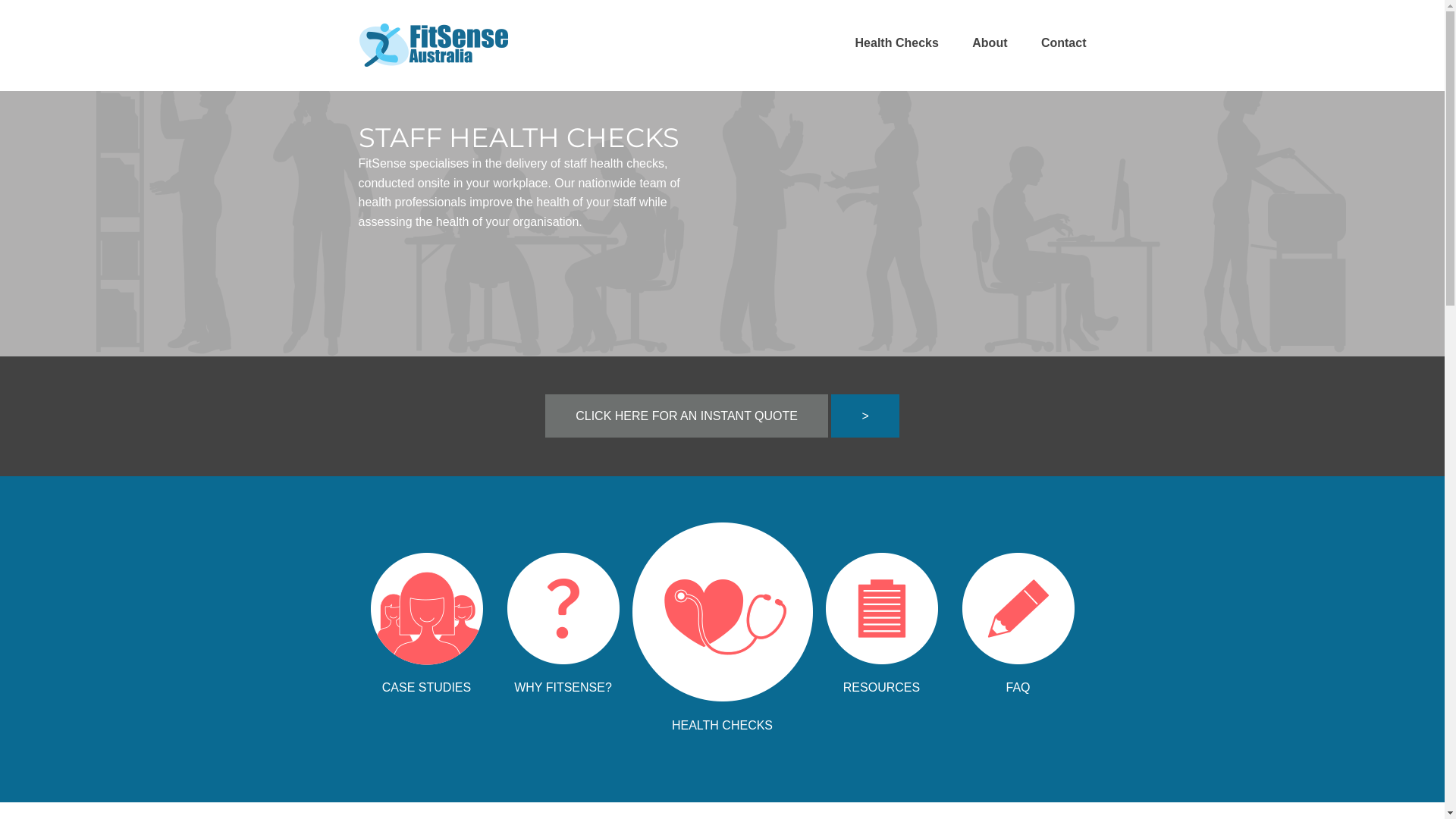 The height and width of the screenshot is (819, 1456). Describe the element at coordinates (811, 615) in the screenshot. I see `'RESOURCES'` at that location.